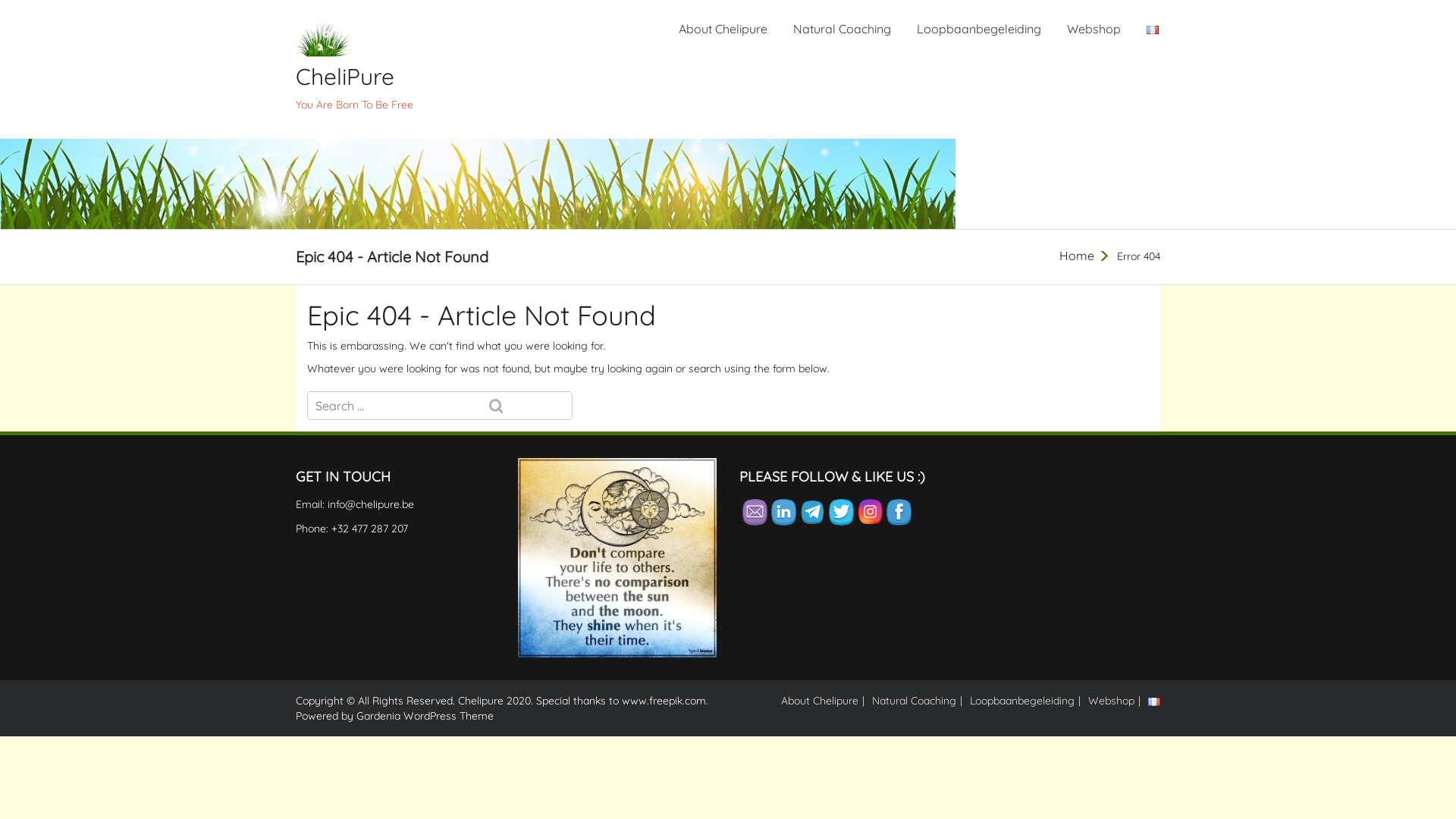 The image size is (1456, 819). What do you see at coordinates (395, 77) in the screenshot?
I see `'CheliPure'` at bounding box center [395, 77].